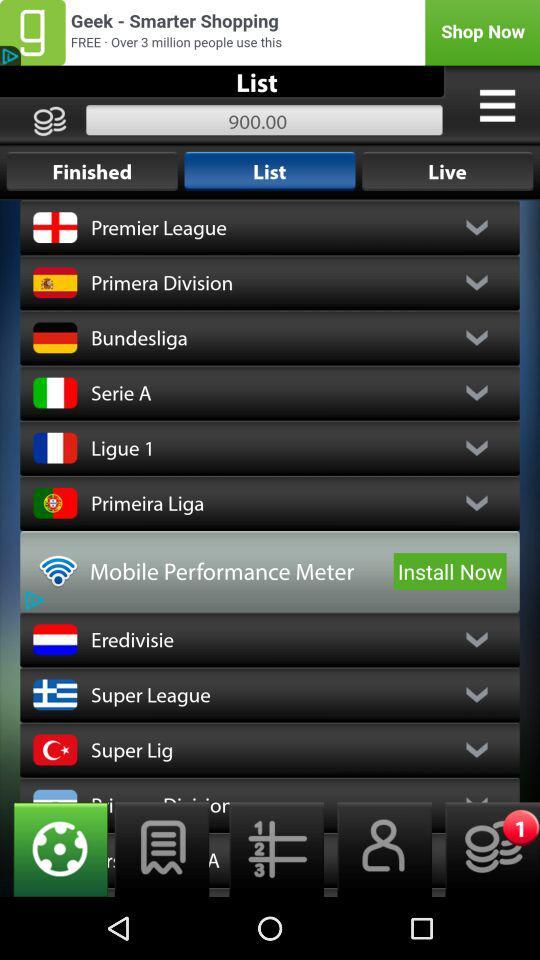 The height and width of the screenshot is (960, 540). I want to click on the icon to the left of install now, so click(238, 571).